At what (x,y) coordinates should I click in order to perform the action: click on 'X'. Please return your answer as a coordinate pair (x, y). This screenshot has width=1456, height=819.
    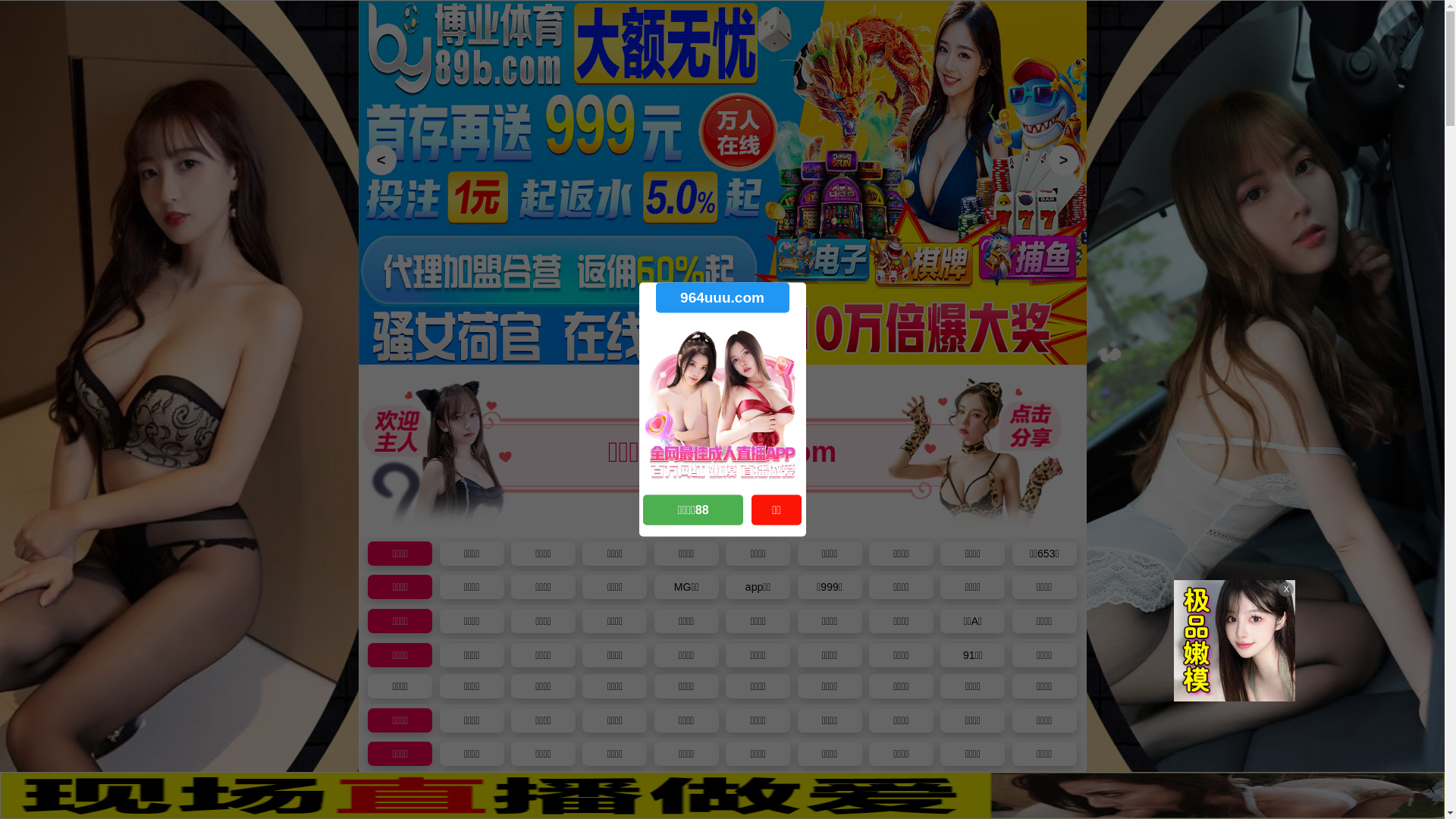
    Looking at the image, I should click on (1429, 789).